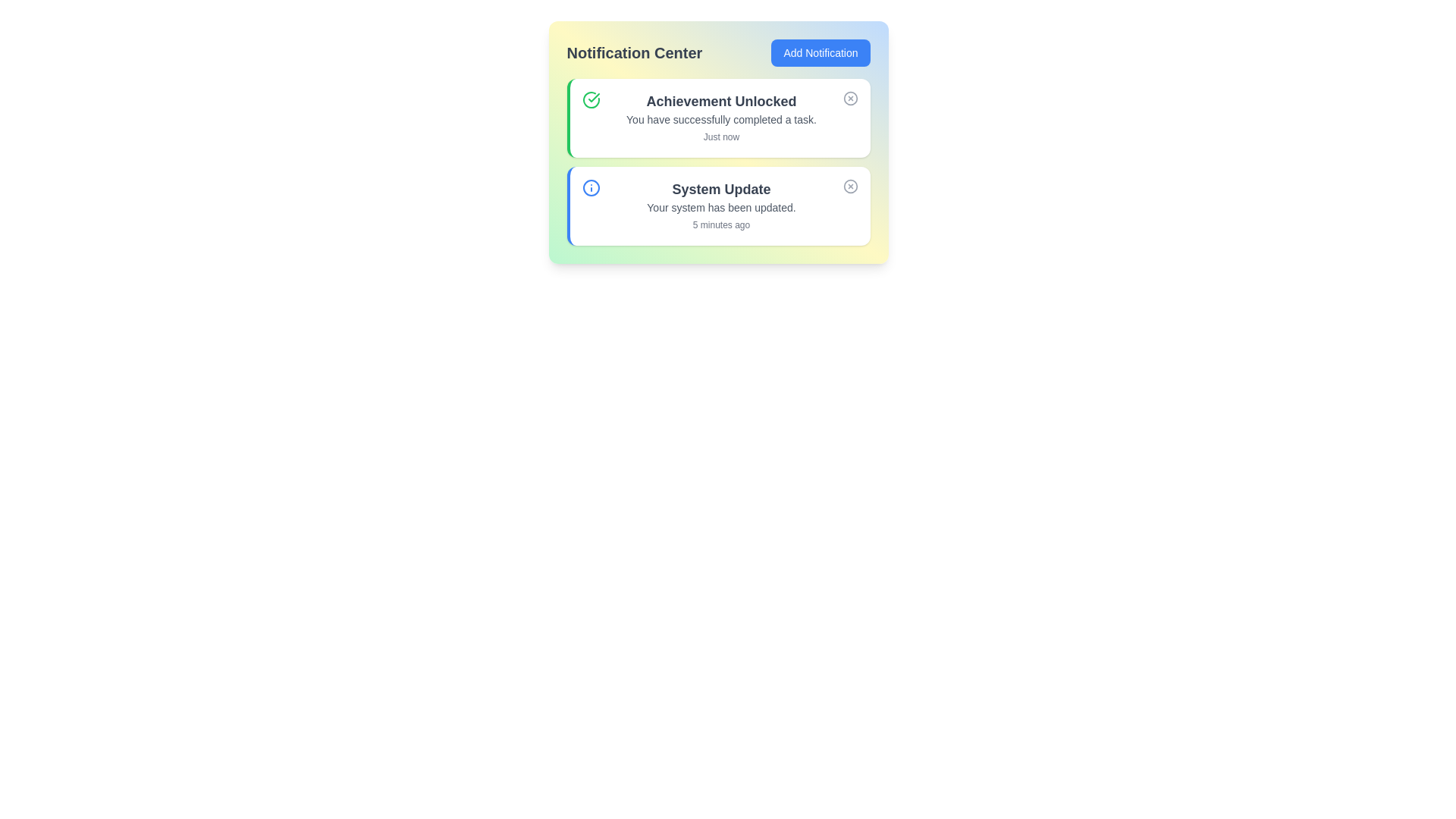  I want to click on informational text indicating the time elapsed since the 'System Update' notification was created or received, located at the bottom-right of the notification, so click(720, 225).